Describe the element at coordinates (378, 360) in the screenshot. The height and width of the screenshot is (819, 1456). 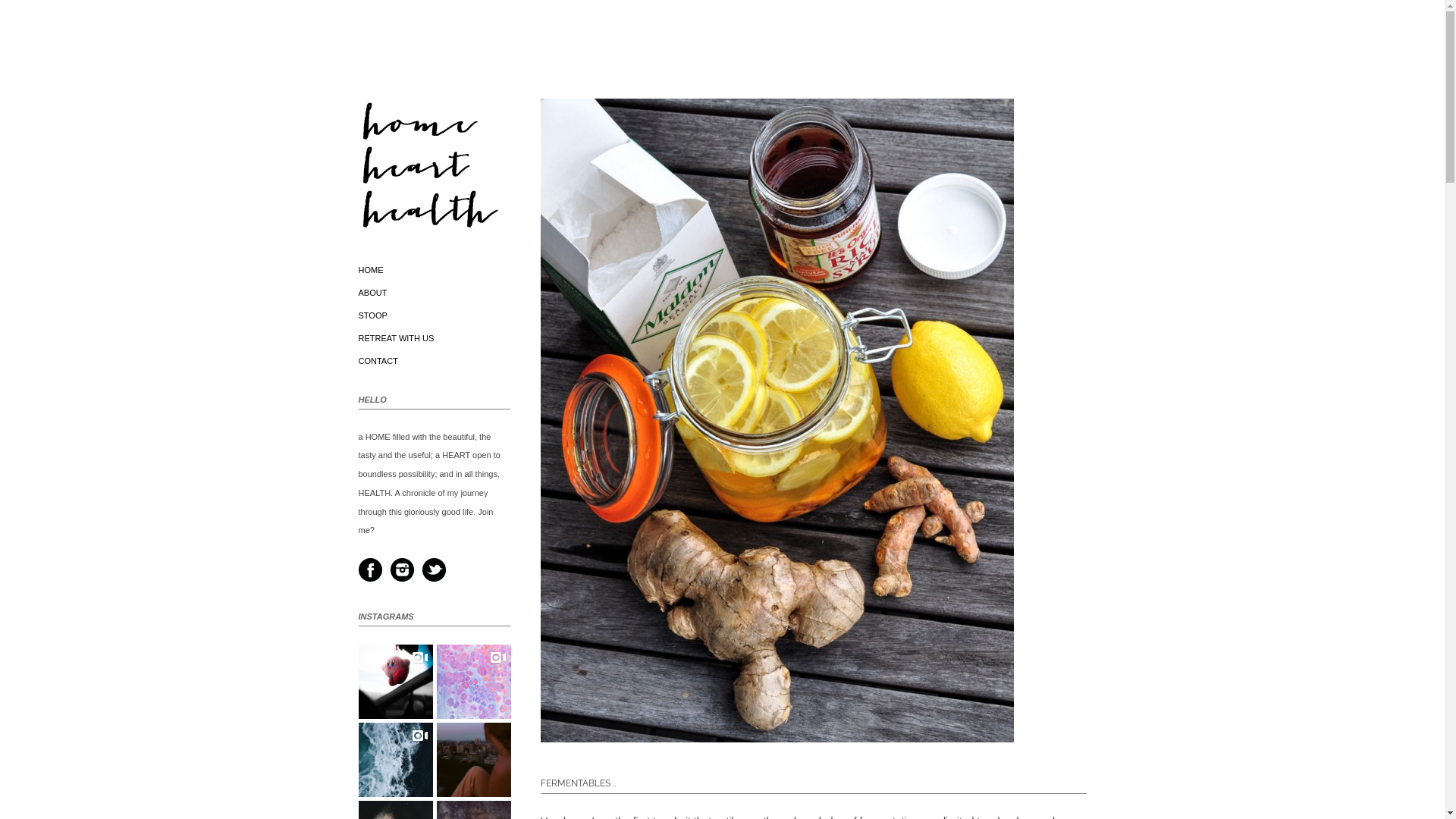
I see `'CONTACT'` at that location.